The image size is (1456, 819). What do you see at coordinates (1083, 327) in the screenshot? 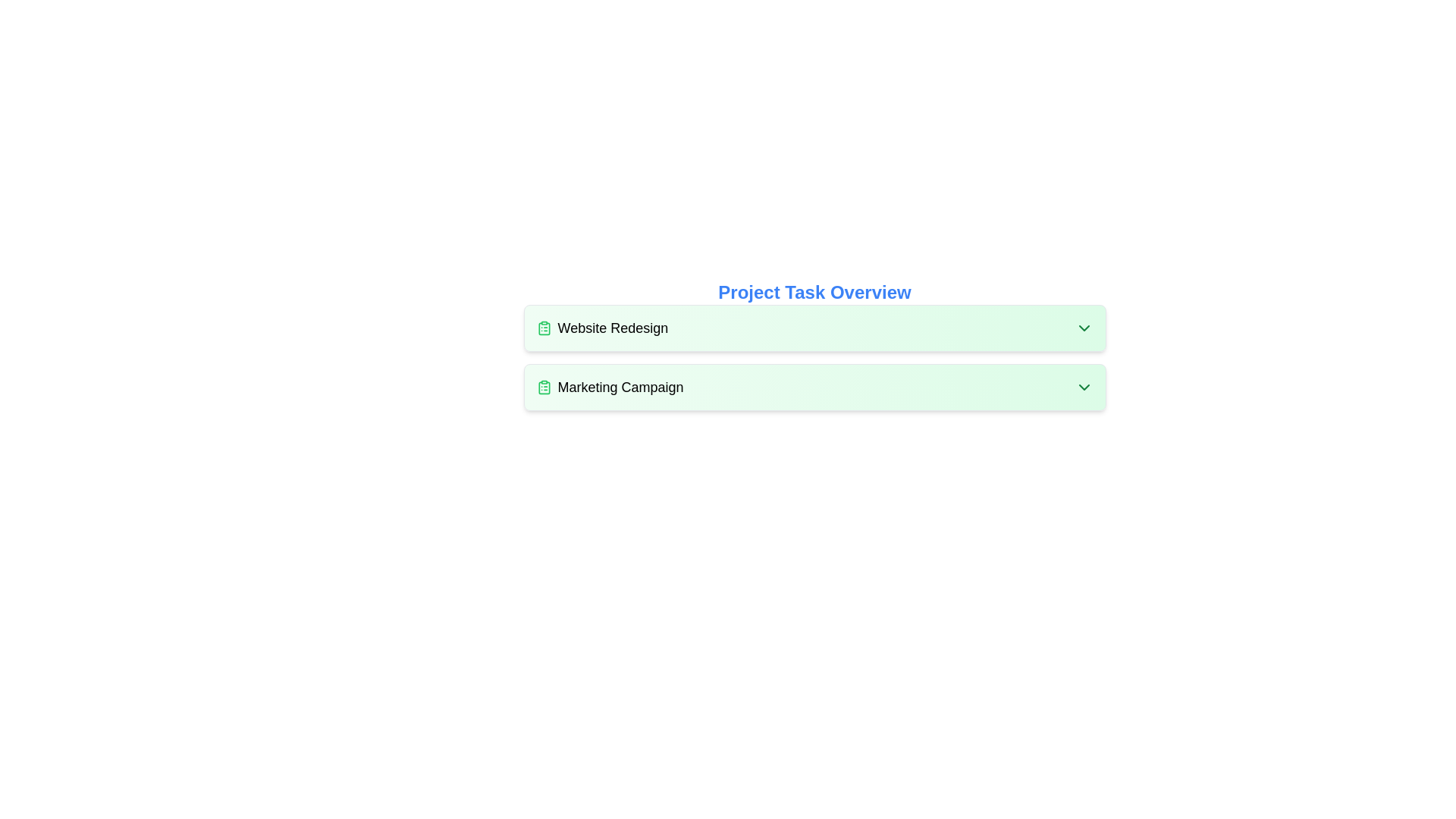
I see `the green downward-pointing chevron icon` at bounding box center [1083, 327].